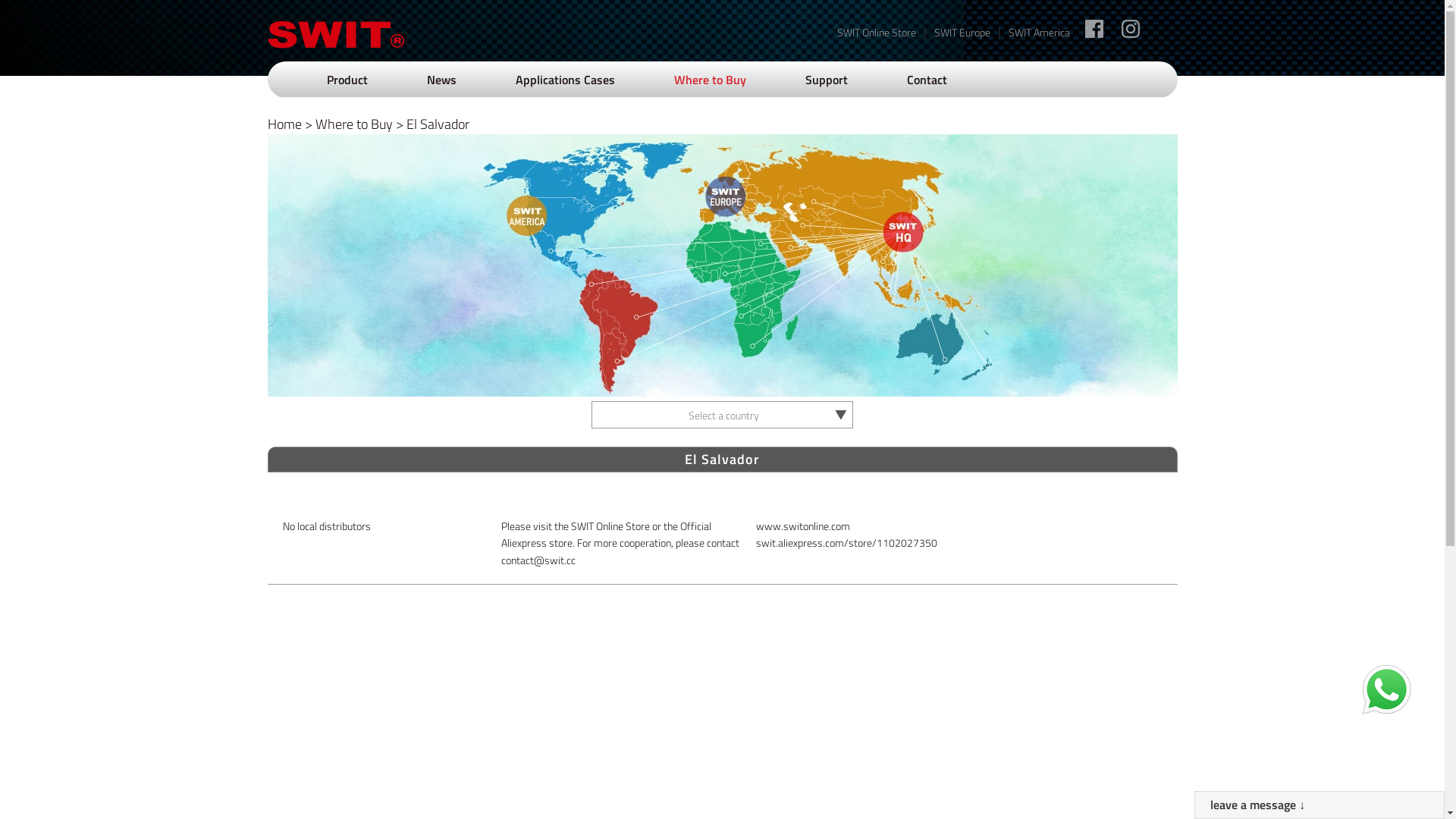 This screenshot has width=1456, height=819. I want to click on 'SWIT America', so click(1038, 32).